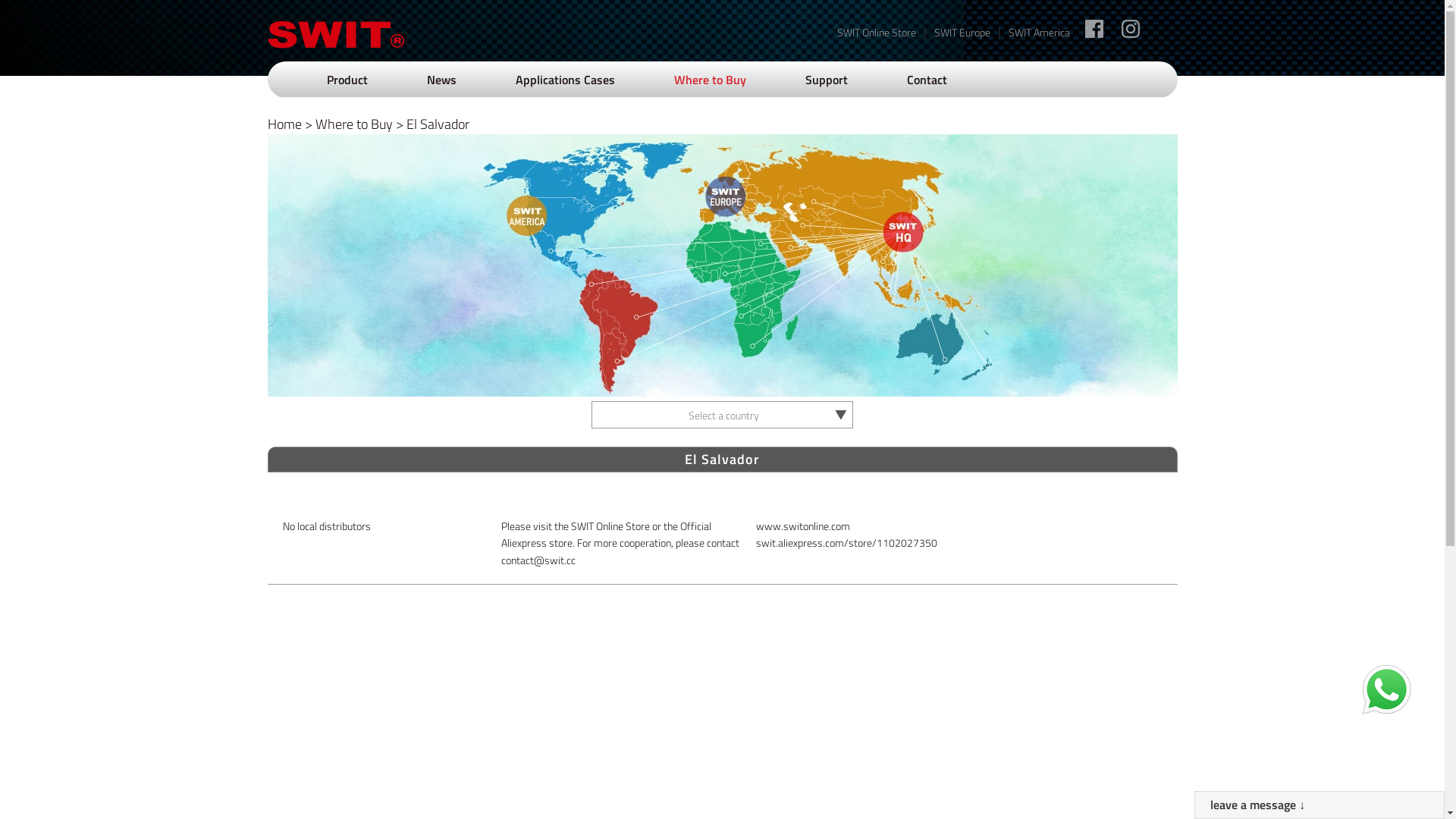 This screenshot has width=1456, height=819. I want to click on 'SWIT America', so click(1038, 32).